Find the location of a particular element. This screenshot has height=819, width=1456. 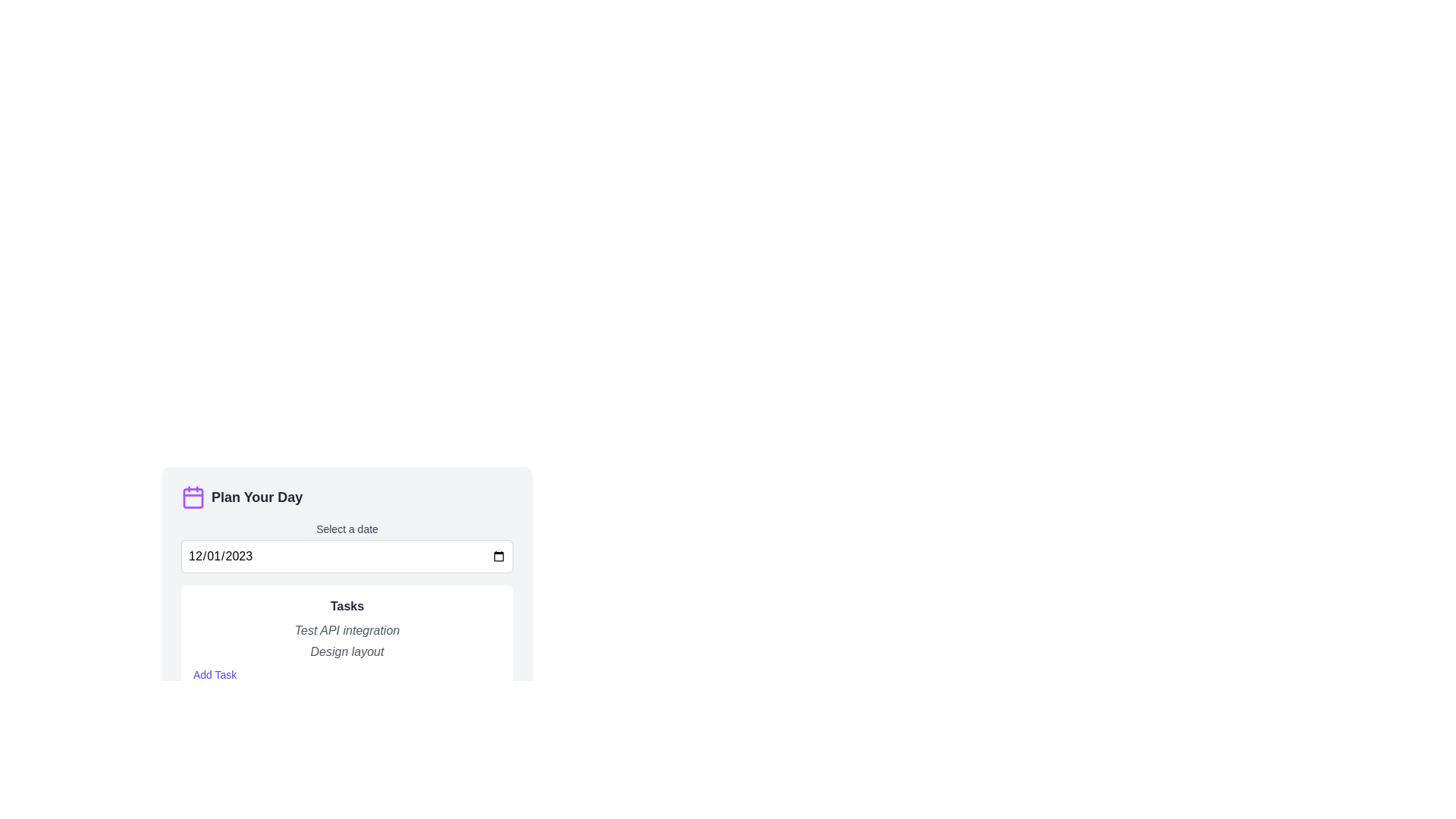

text from the bold, medium-sized dark gray label that serves as the heading for the task list, positioned at the top of the white background card is located at coordinates (346, 605).